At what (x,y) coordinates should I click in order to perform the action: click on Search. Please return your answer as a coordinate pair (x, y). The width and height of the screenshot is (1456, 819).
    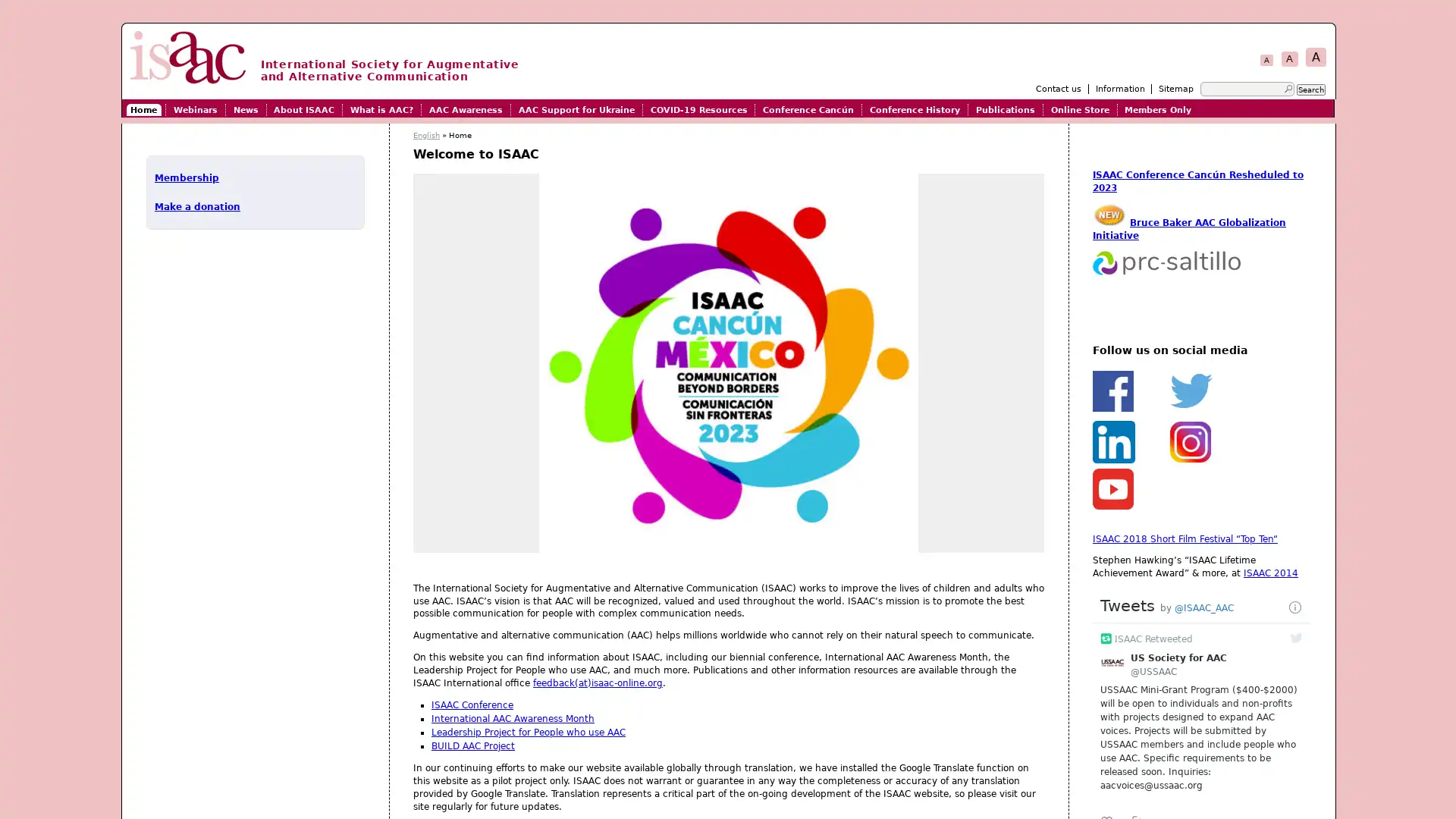
    Looking at the image, I should click on (1310, 89).